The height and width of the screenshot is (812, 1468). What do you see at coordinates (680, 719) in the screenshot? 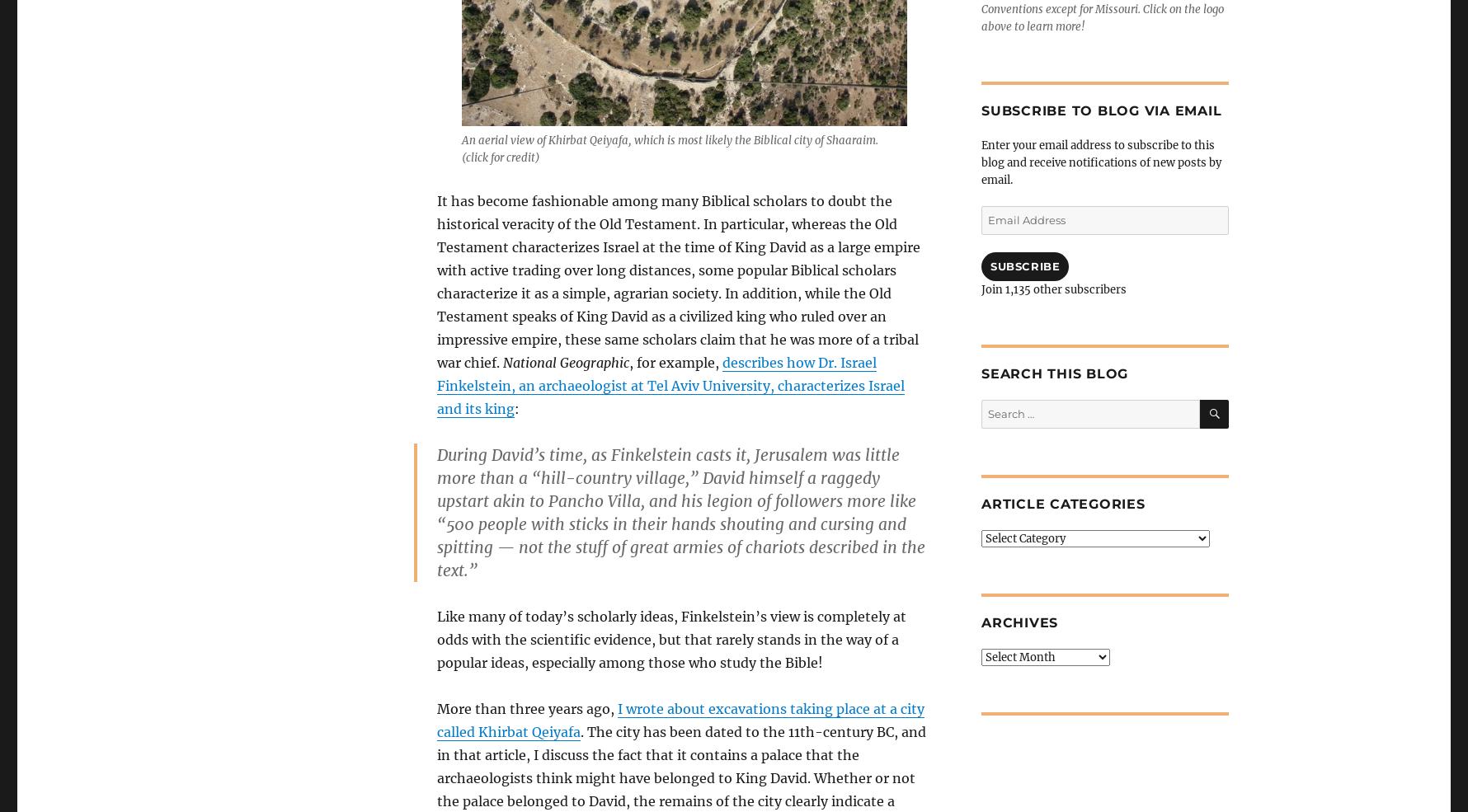
I see `'I wrote about excavations taking place at a city called Khirbat Qeiyafa'` at bounding box center [680, 719].